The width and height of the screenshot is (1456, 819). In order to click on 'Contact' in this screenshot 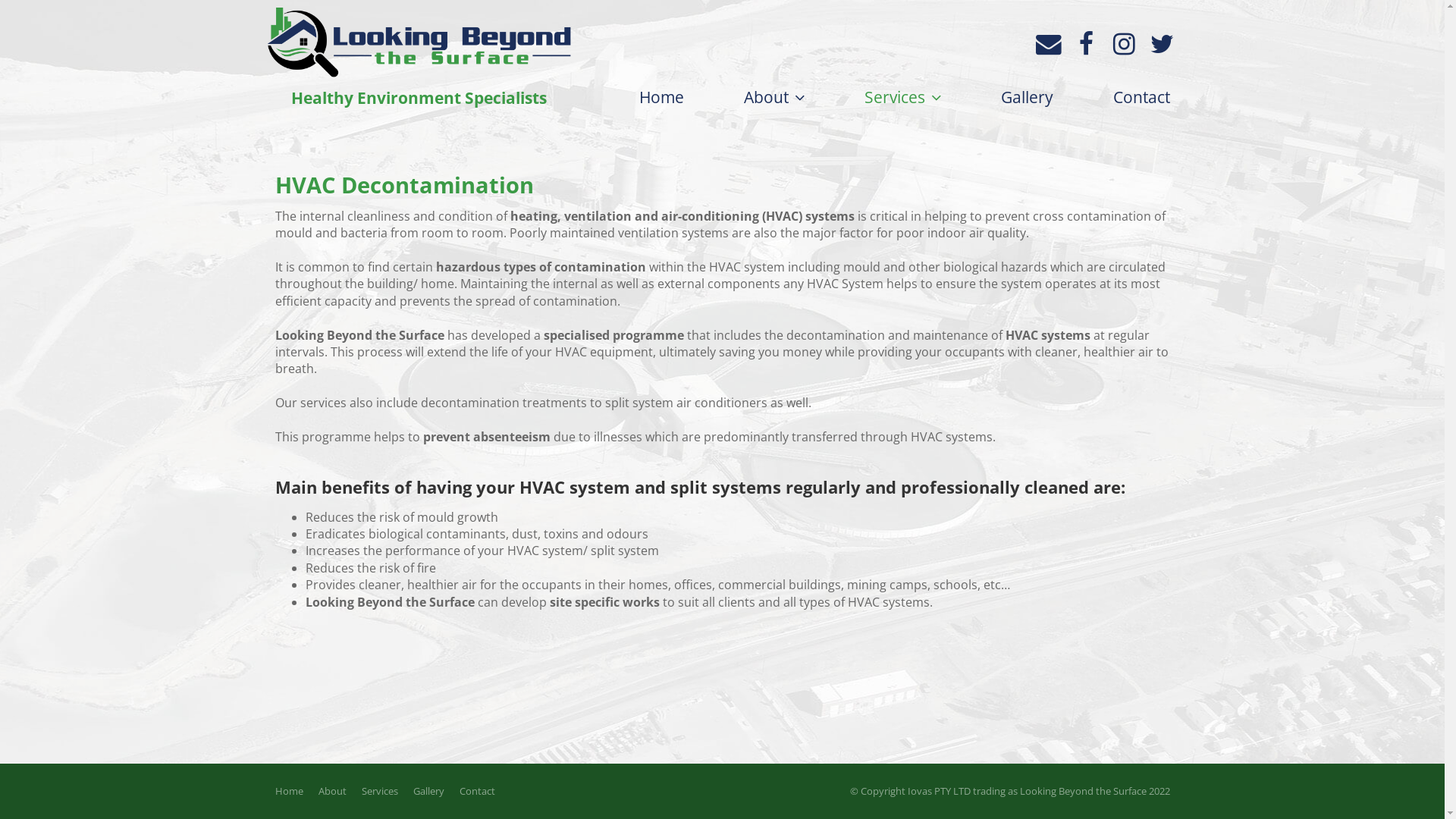, I will do `click(476, 789)`.